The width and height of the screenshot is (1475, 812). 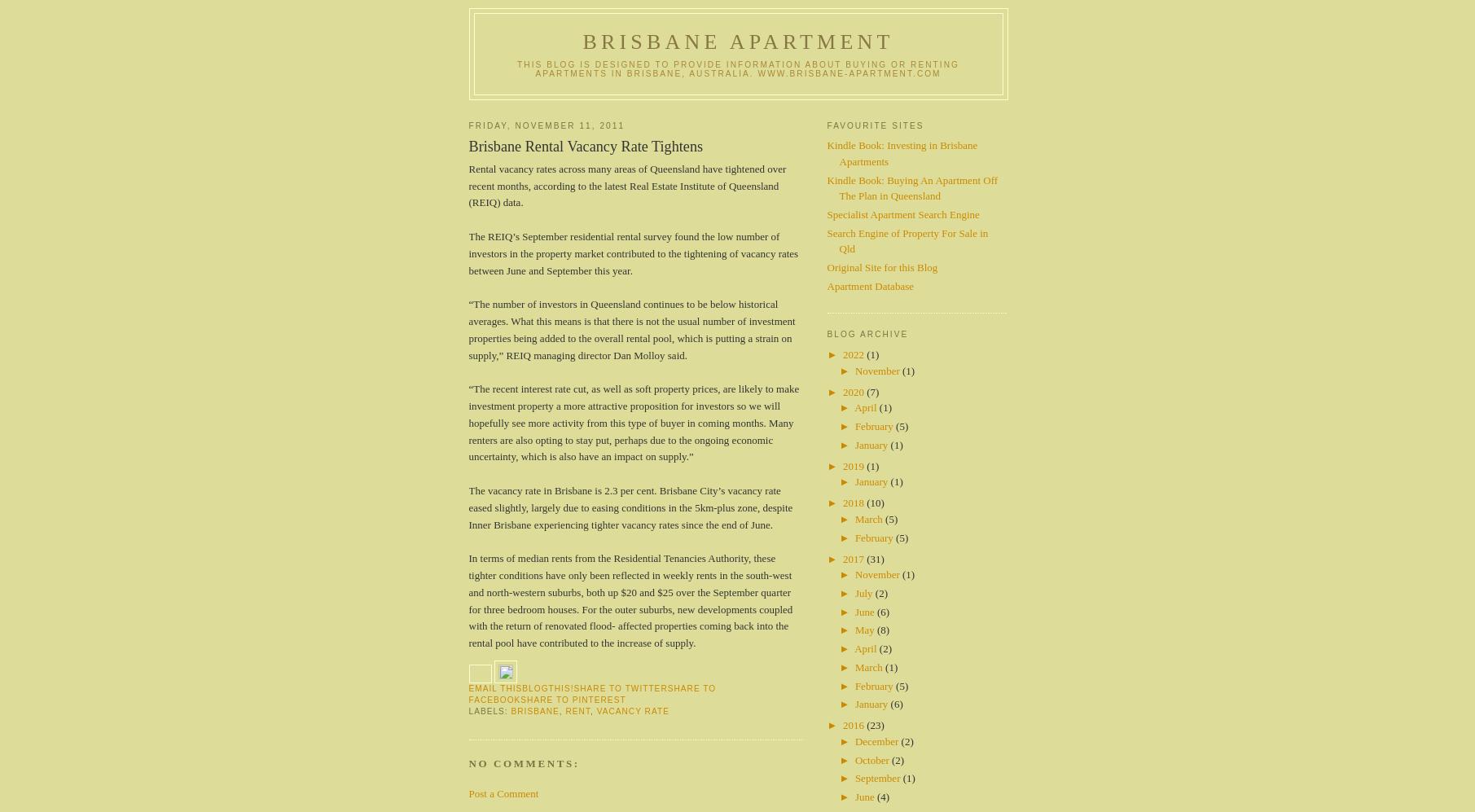 What do you see at coordinates (869, 284) in the screenshot?
I see `'Apartment Database'` at bounding box center [869, 284].